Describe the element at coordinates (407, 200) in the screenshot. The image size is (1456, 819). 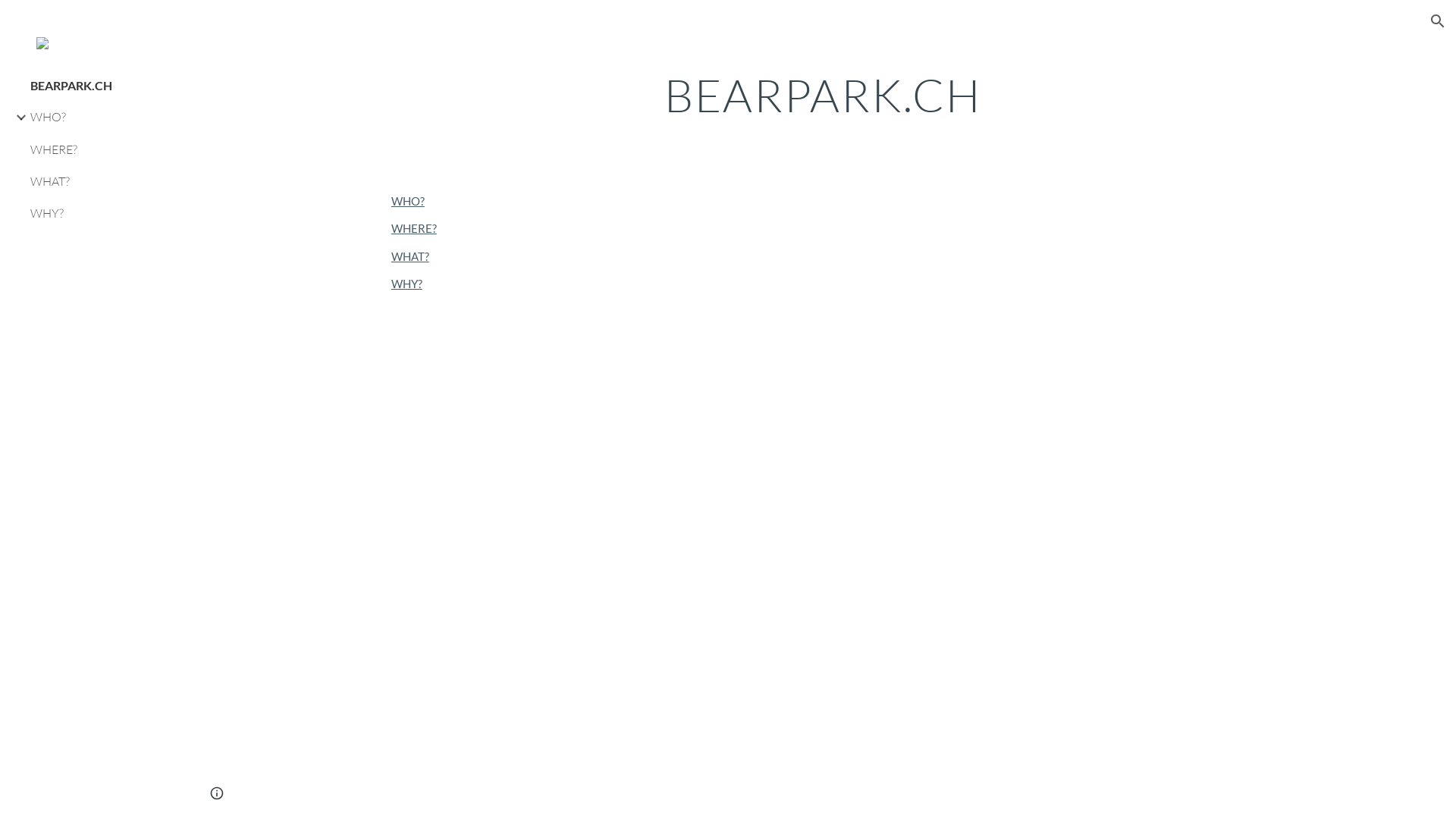
I see `'WHO?'` at that location.